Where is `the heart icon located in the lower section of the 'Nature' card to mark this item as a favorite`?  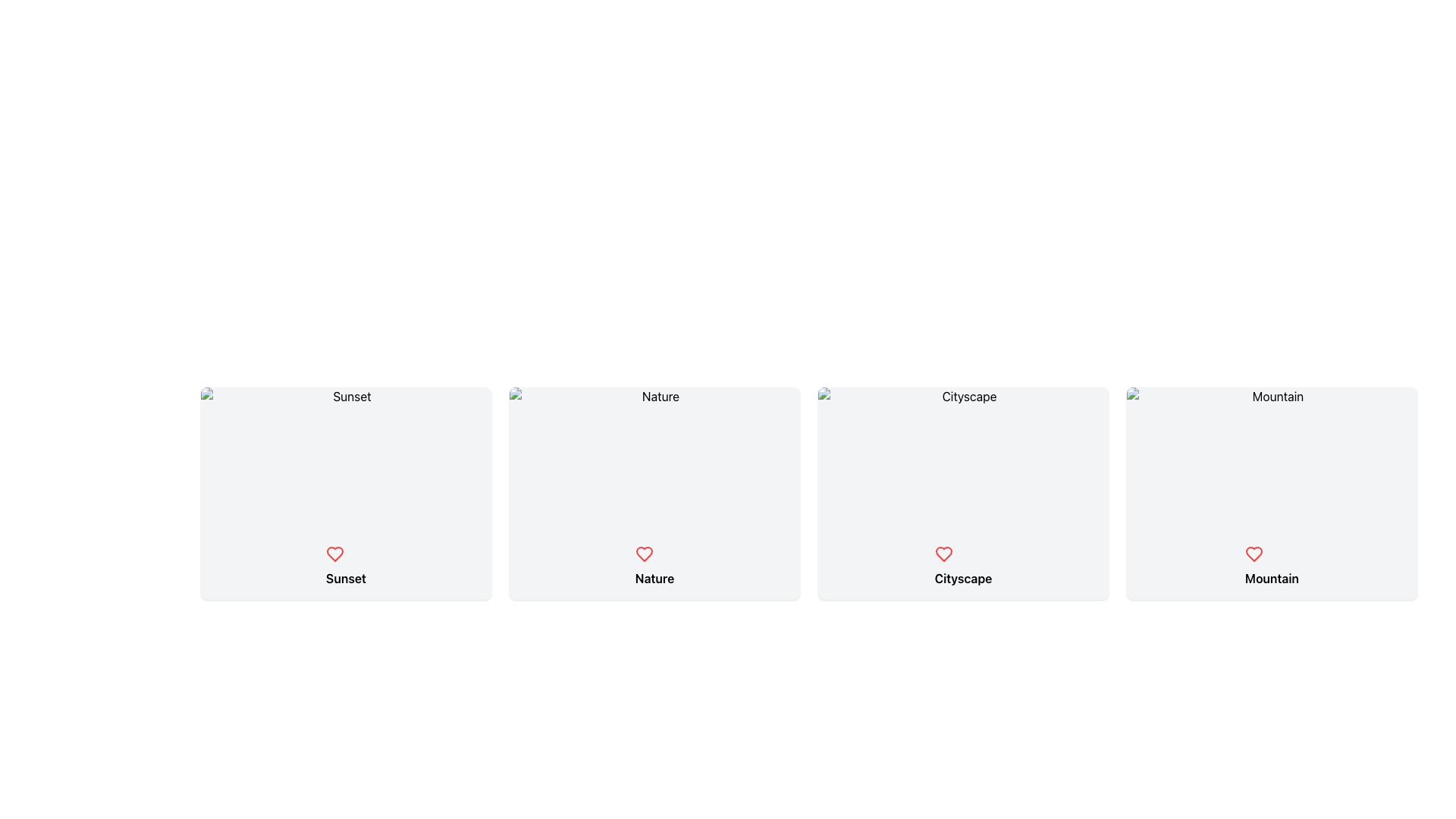
the heart icon located in the lower section of the 'Nature' card to mark this item as a favorite is located at coordinates (644, 554).